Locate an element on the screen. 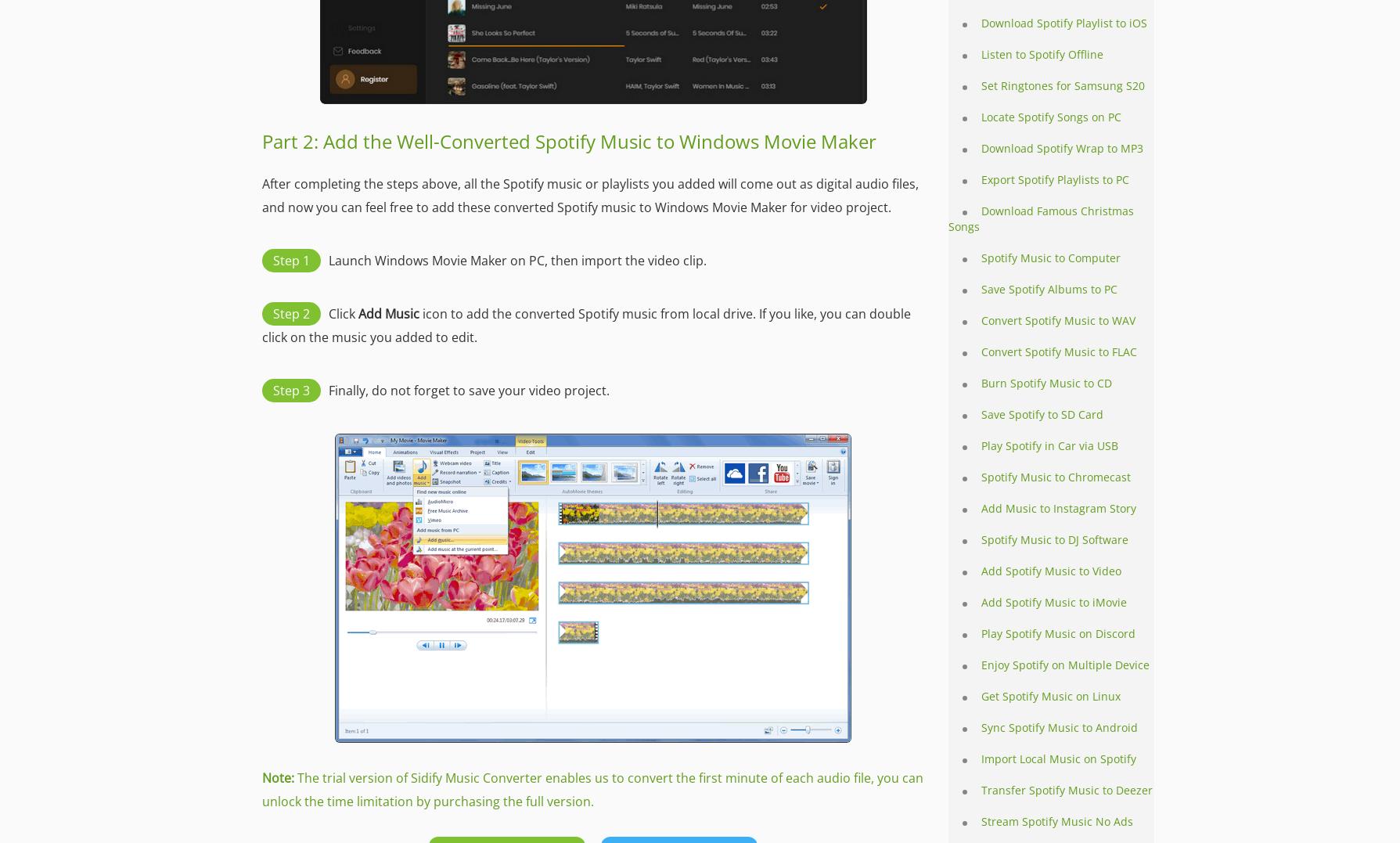 This screenshot has width=1400, height=843. 'Save Spotify to SD Card' is located at coordinates (1042, 413).